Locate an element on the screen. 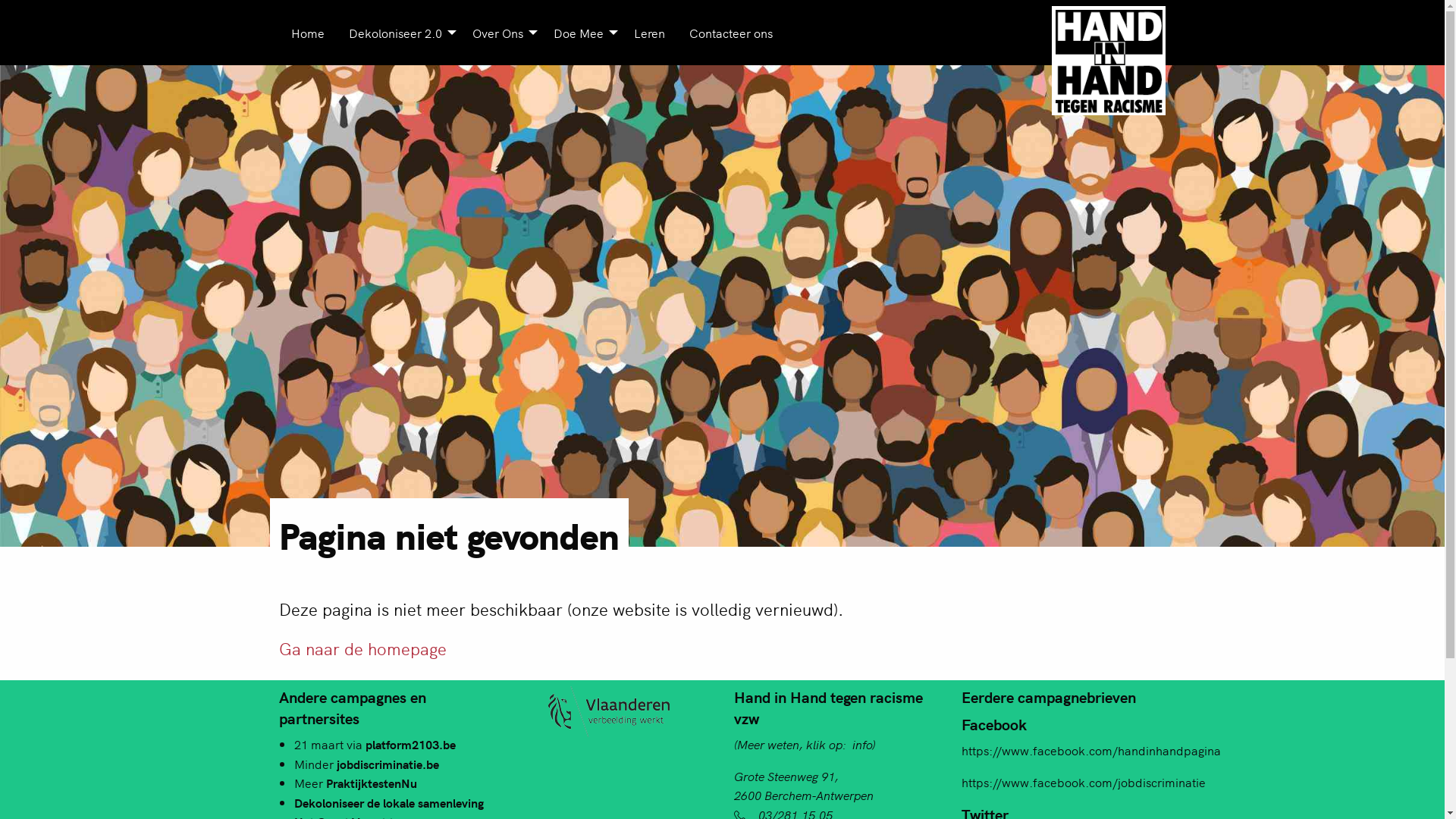 Image resolution: width=1456 pixels, height=819 pixels. 'Doe Mee' is located at coordinates (581, 32).